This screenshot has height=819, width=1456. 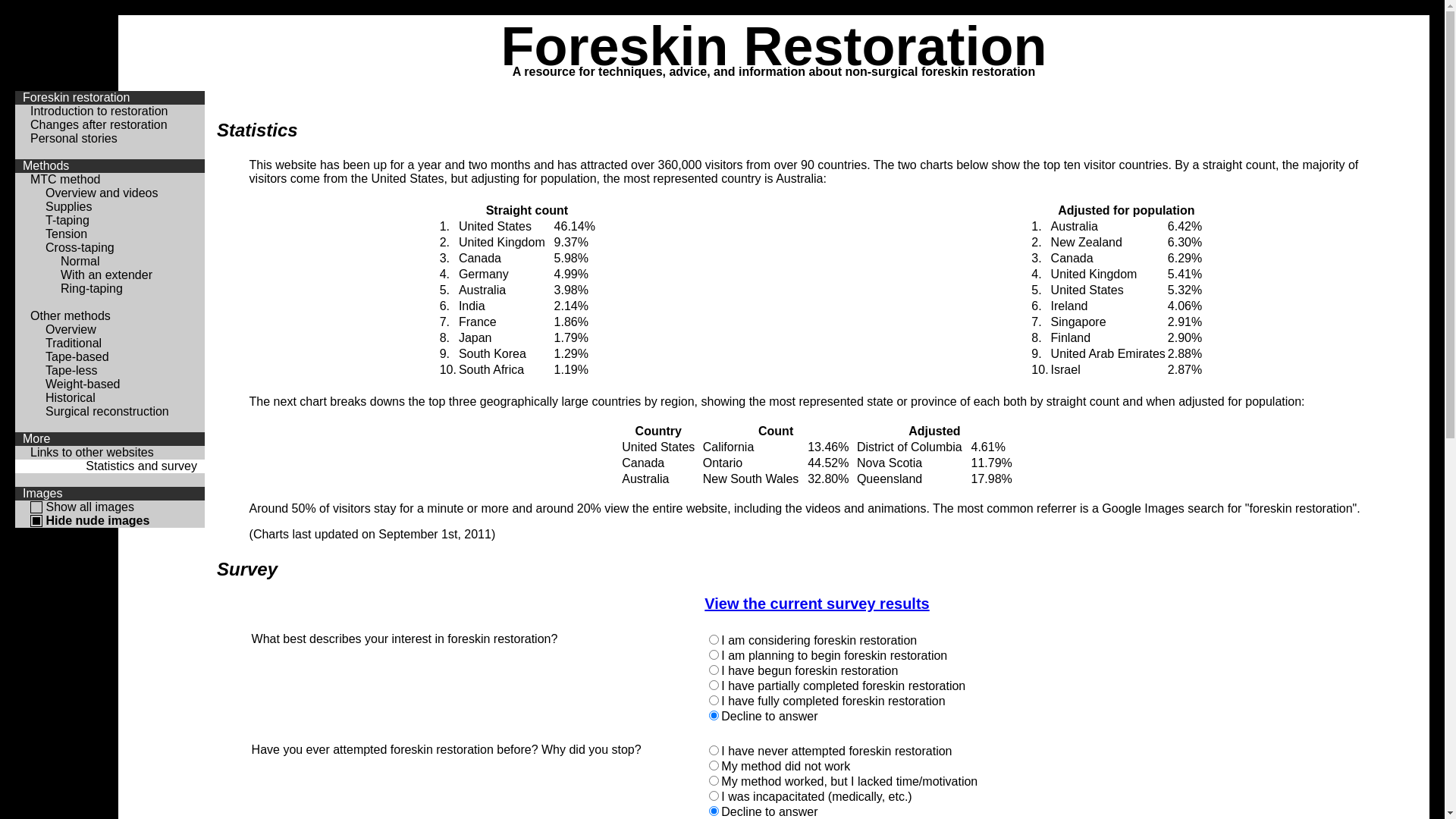 What do you see at coordinates (69, 397) in the screenshot?
I see `'Historical'` at bounding box center [69, 397].